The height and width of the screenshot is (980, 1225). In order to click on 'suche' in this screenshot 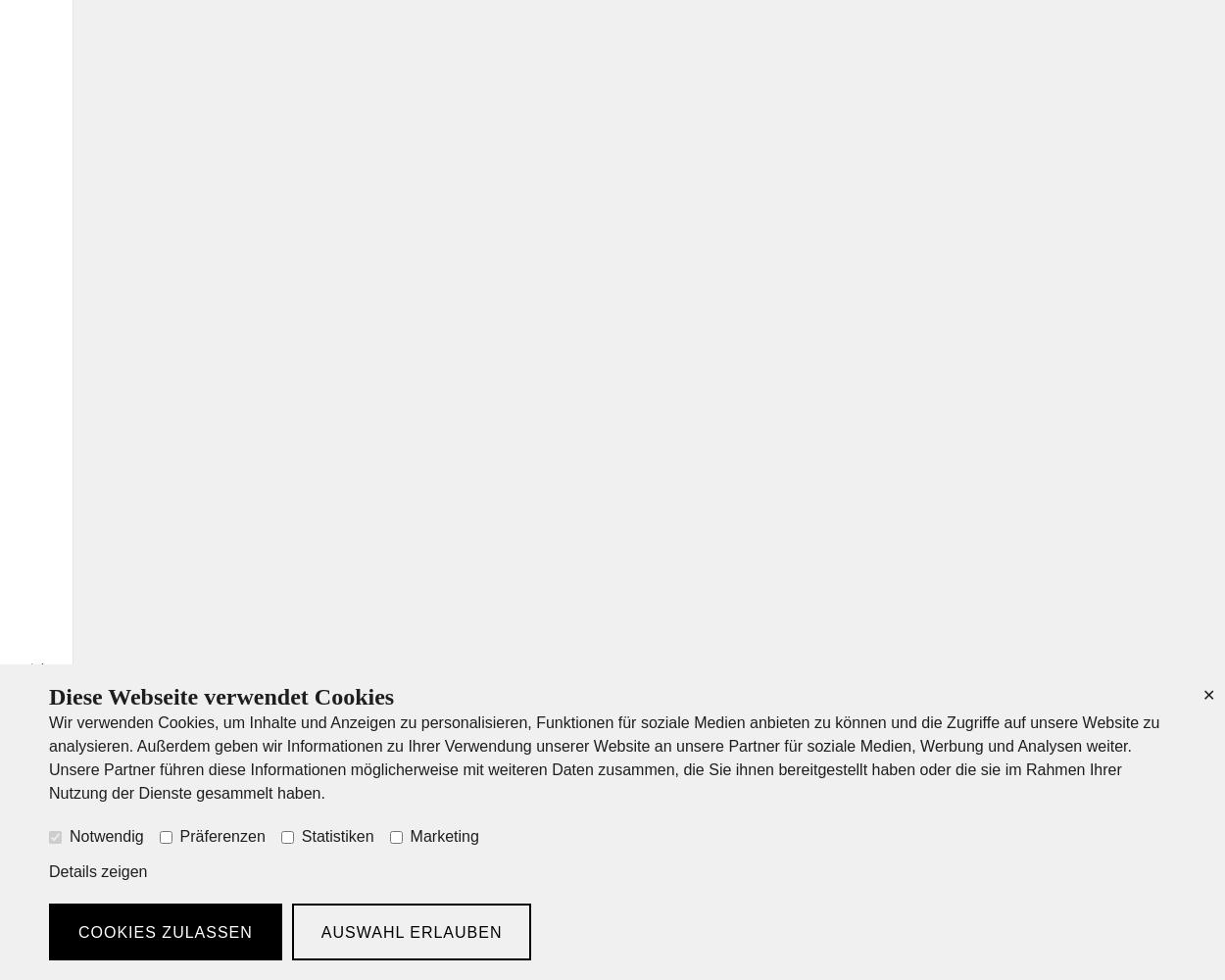, I will do `click(37, 690)`.